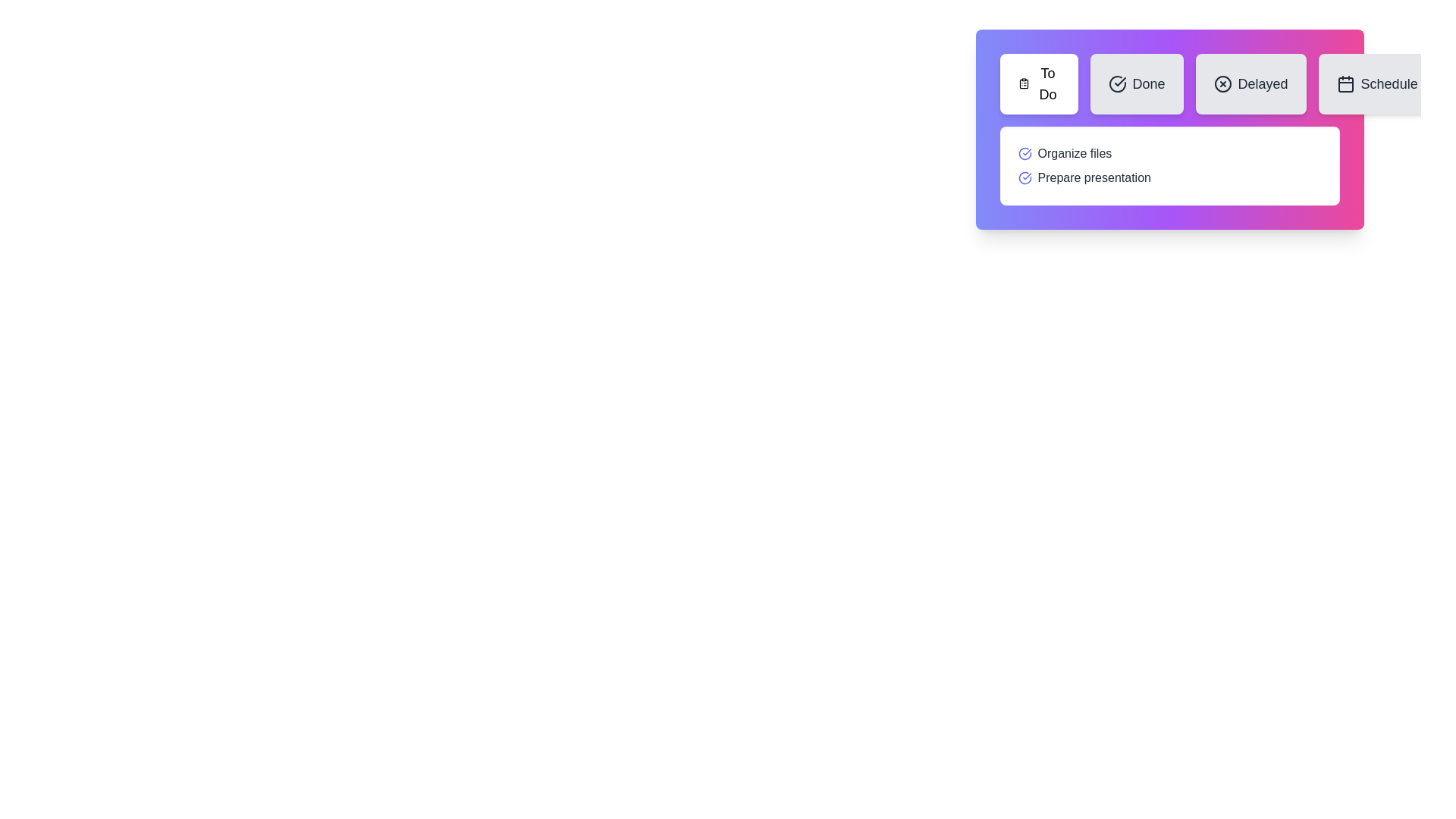  I want to click on the Schedule tab by clicking its respective button, so click(1376, 84).